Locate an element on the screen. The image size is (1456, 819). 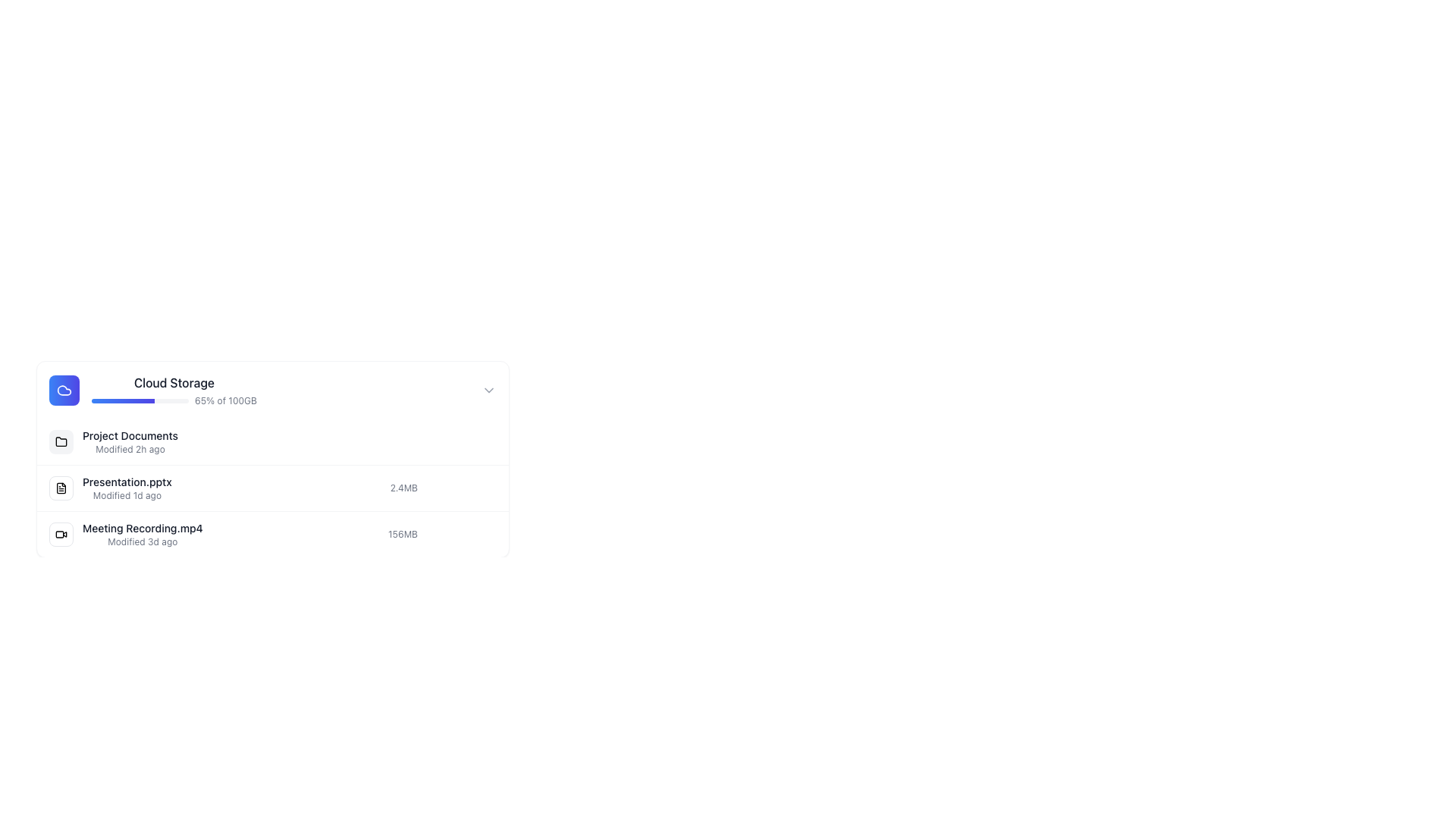
the file entry for 'Meeting Recording.mp4' is located at coordinates (273, 533).